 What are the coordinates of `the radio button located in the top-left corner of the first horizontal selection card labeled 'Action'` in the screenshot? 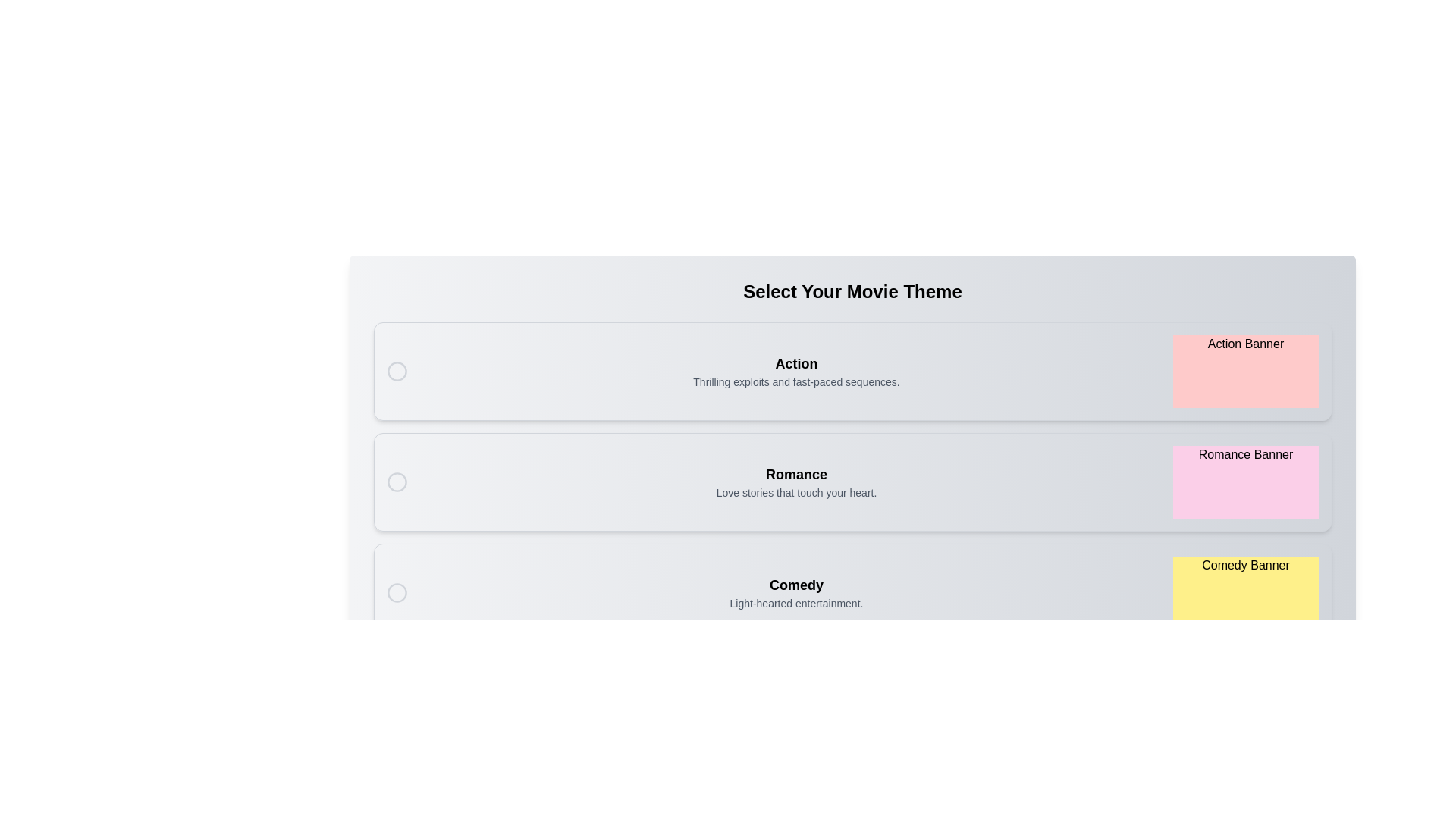 It's located at (397, 371).